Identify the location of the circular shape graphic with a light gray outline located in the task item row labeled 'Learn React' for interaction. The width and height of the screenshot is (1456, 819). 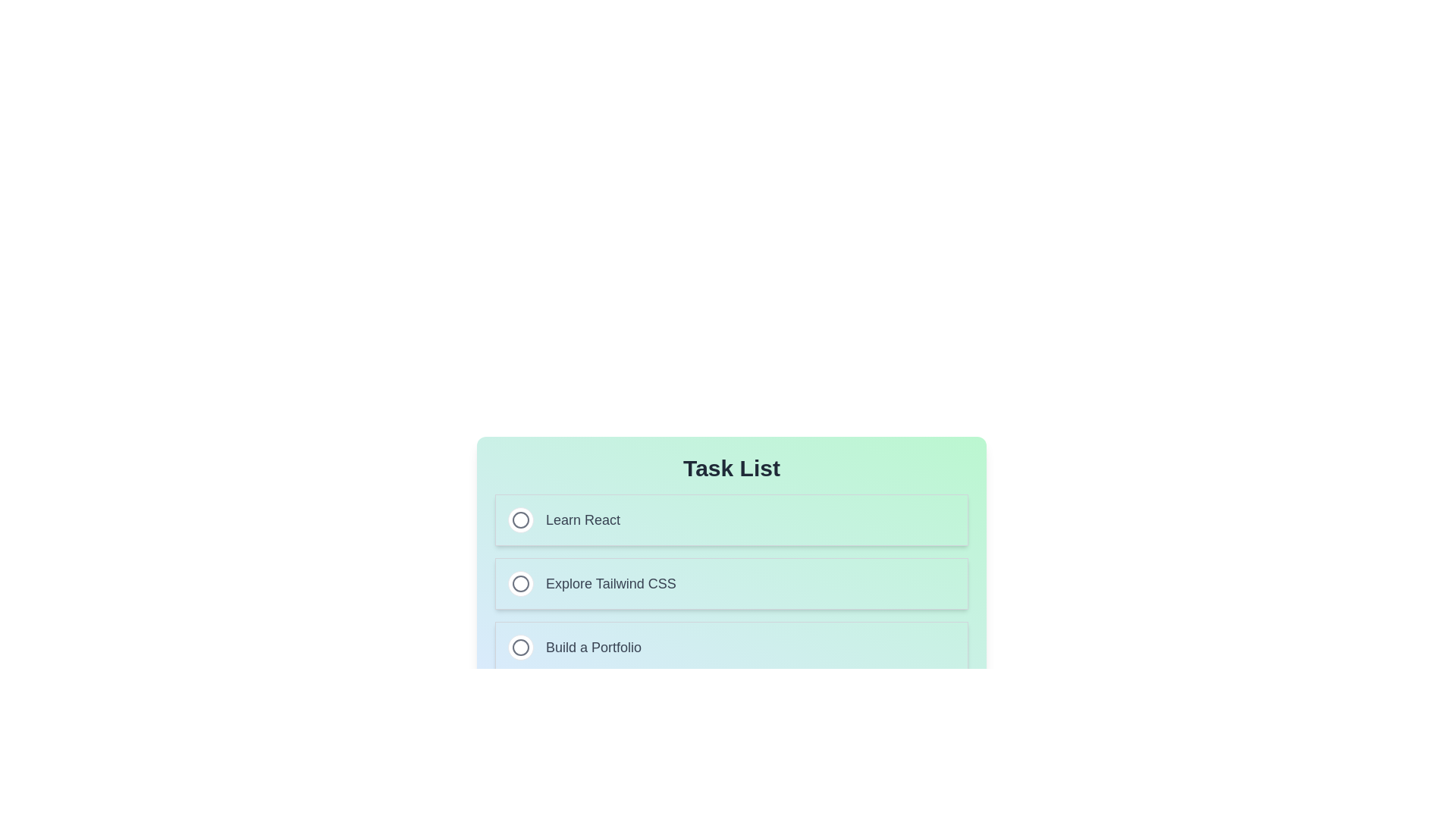
(520, 519).